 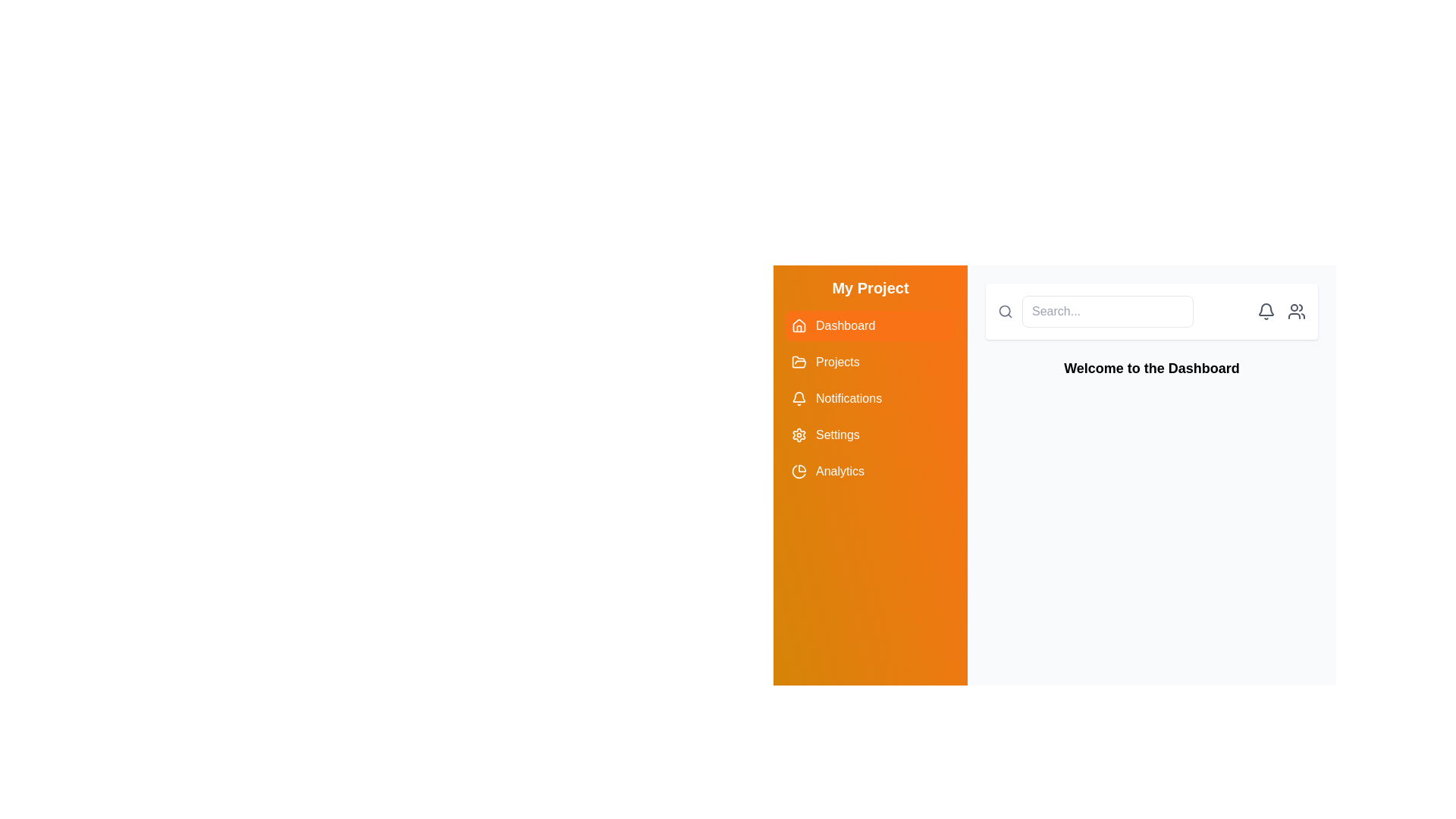 I want to click on the 'Analytics' icon in the sidebar, so click(x=799, y=470).